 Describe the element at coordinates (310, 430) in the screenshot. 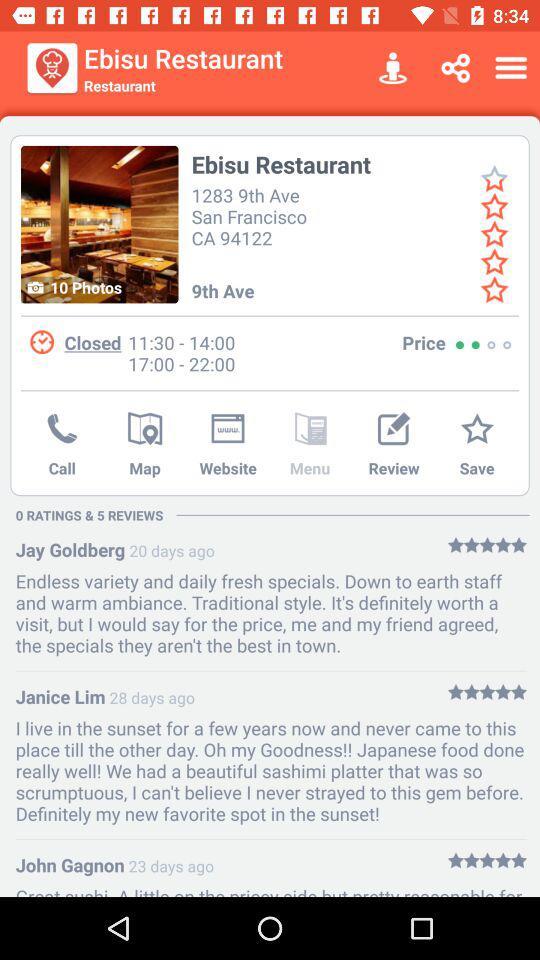

I see `item above menu icon` at that location.